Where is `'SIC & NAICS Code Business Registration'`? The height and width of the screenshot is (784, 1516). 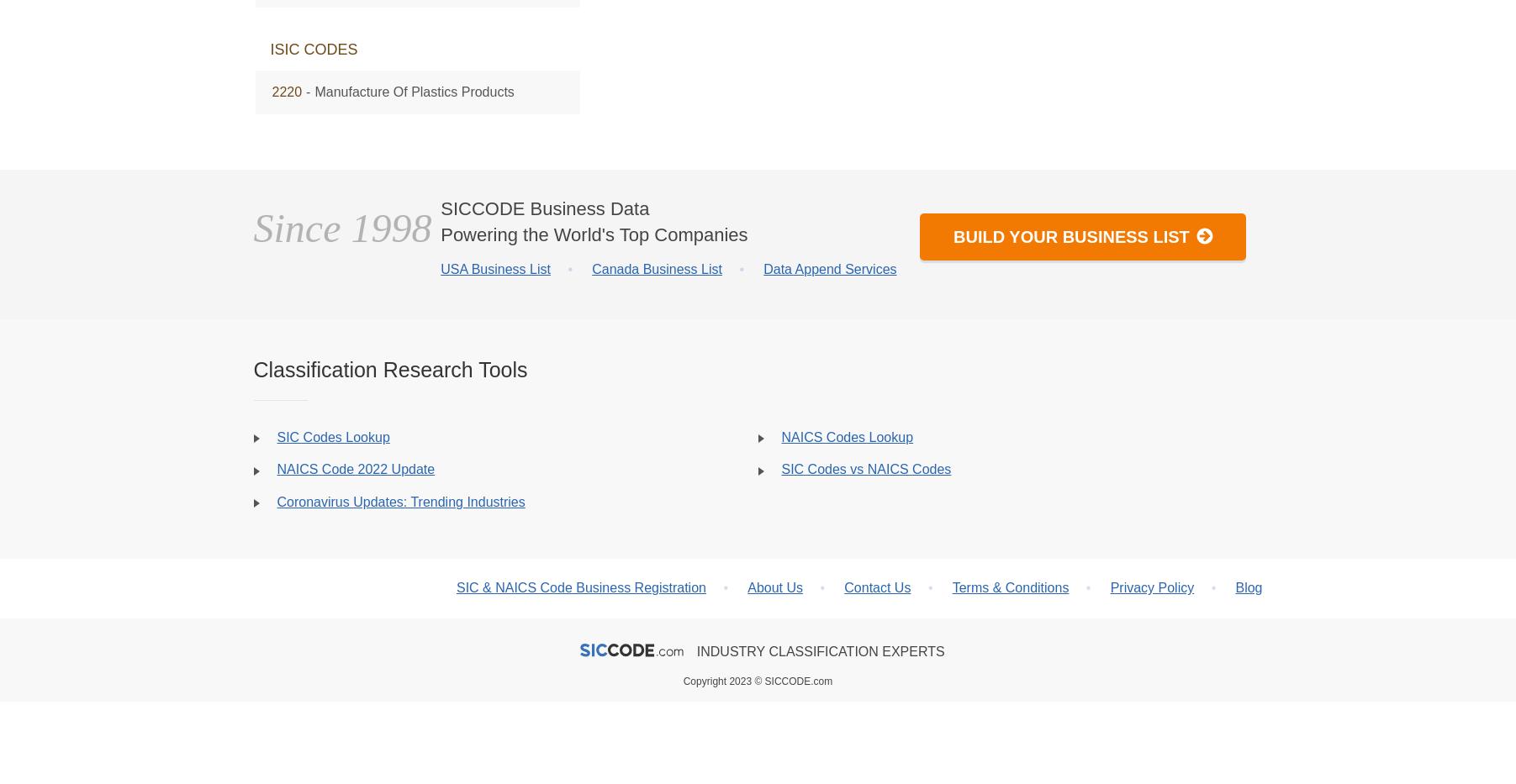 'SIC & NAICS Code Business Registration' is located at coordinates (579, 587).